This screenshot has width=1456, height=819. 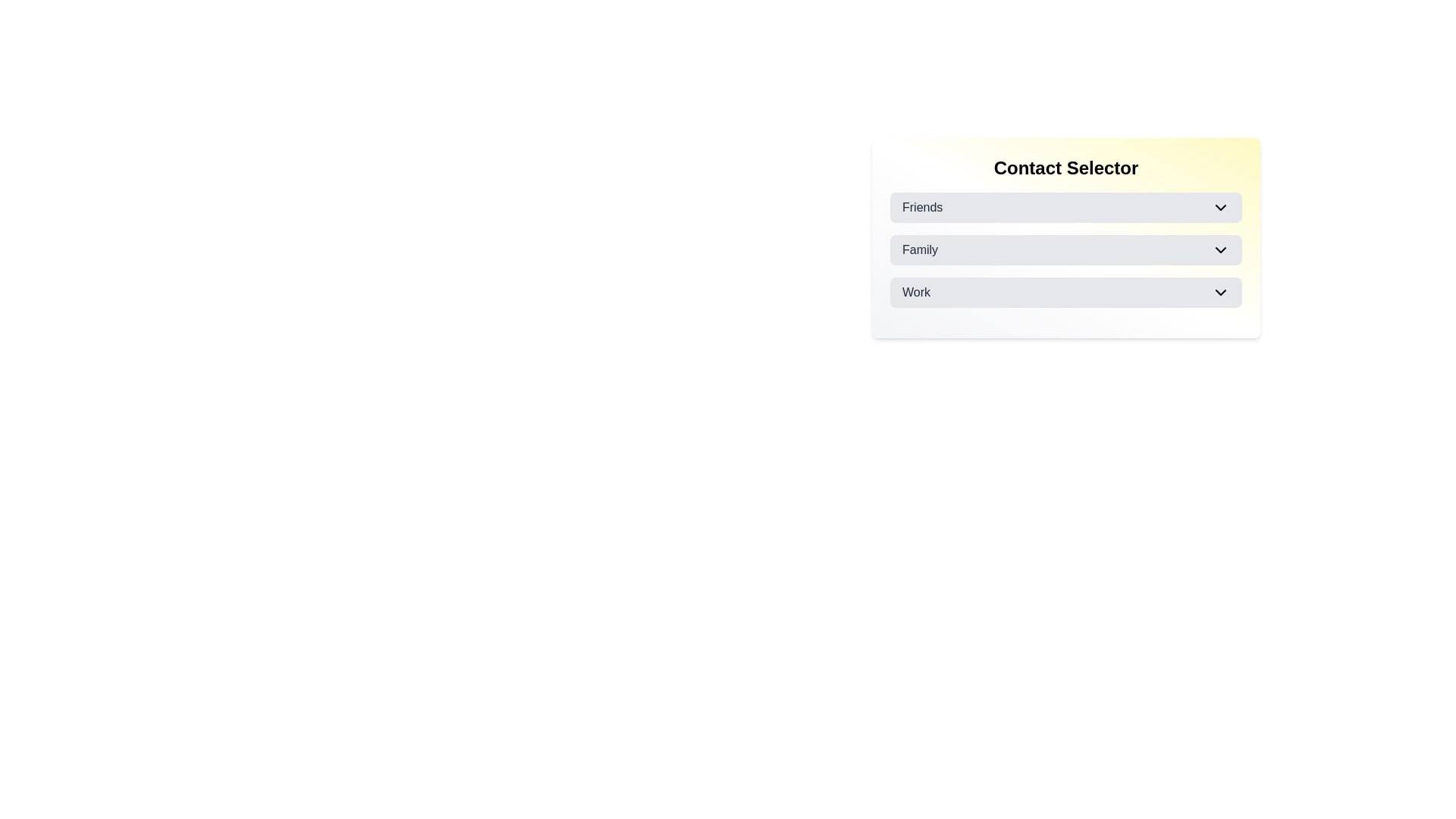 What do you see at coordinates (921, 207) in the screenshot?
I see `the 'Friends' label, which is a medium-weight dark gray text element within the 'Contact Selector' section, positioned at the top of a vertical stack of containers` at bounding box center [921, 207].